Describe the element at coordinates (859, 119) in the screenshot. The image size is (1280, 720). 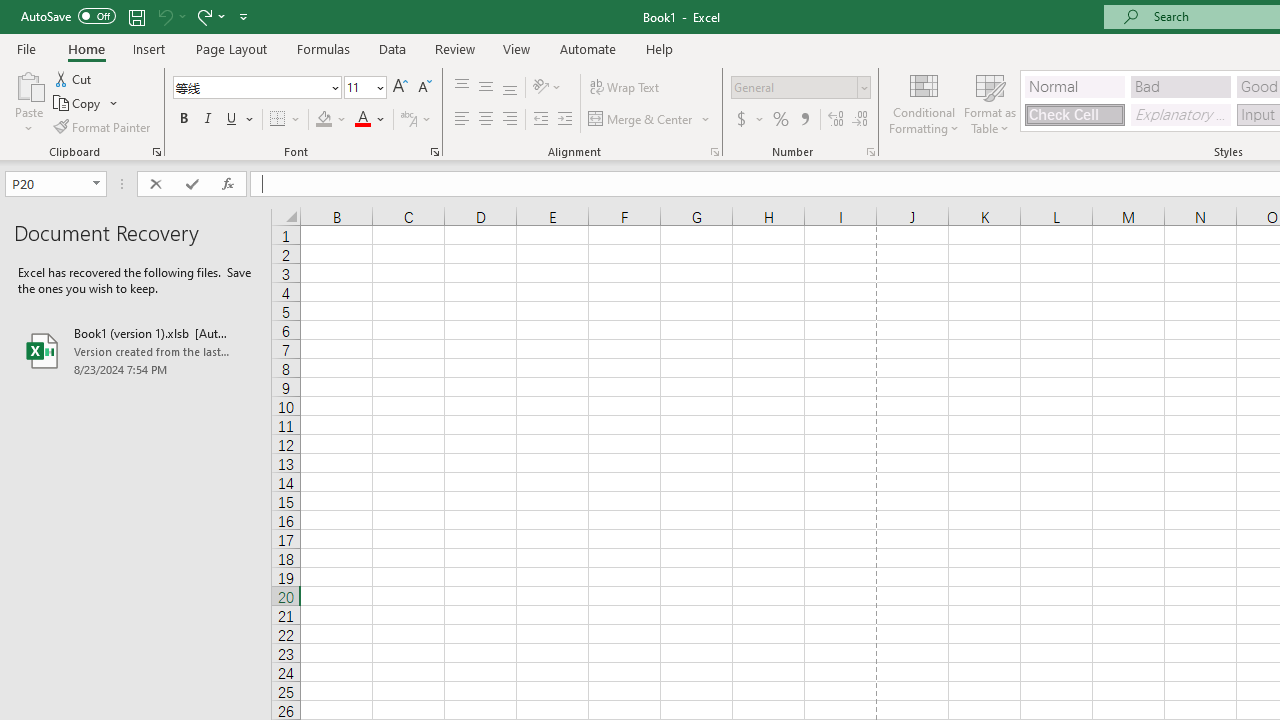
I see `'Decrease Decimal'` at that location.